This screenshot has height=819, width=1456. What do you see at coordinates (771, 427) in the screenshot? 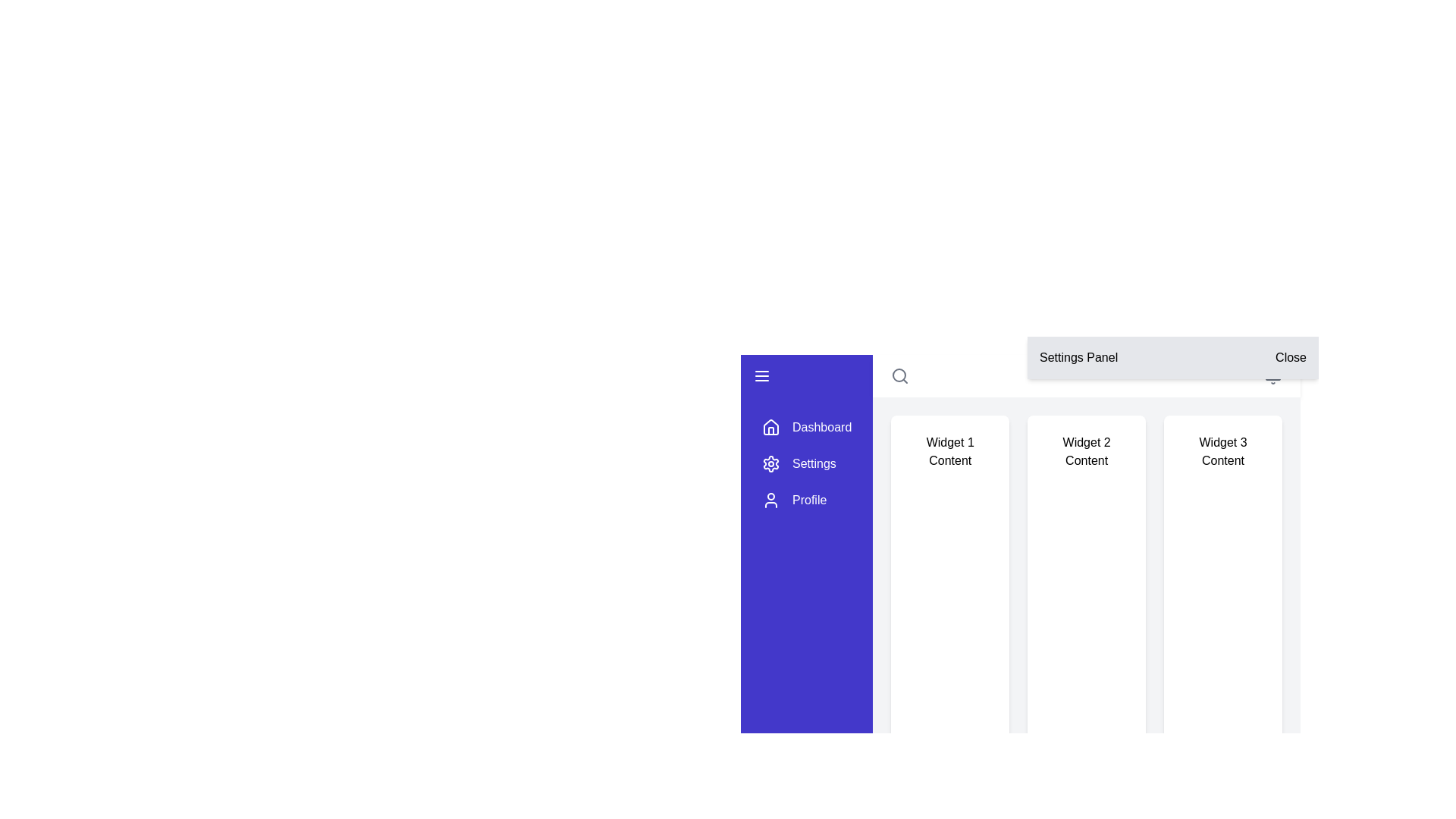
I see `the house icon located at the upper-left corner of the blue sidebar, which is to the left of the 'Dashboard' text` at bounding box center [771, 427].